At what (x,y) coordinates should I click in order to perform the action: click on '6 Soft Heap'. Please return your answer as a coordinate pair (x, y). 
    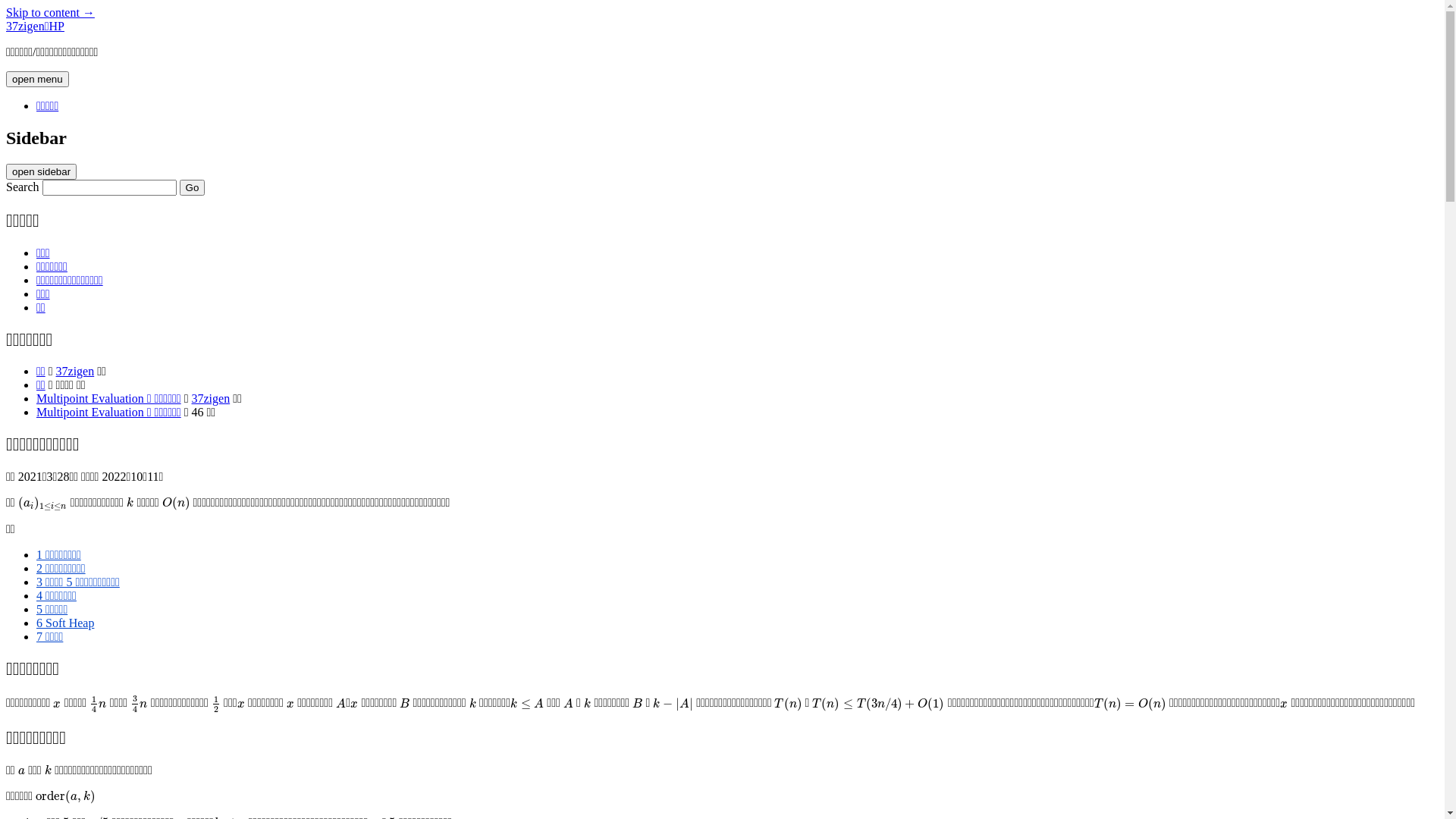
    Looking at the image, I should click on (64, 623).